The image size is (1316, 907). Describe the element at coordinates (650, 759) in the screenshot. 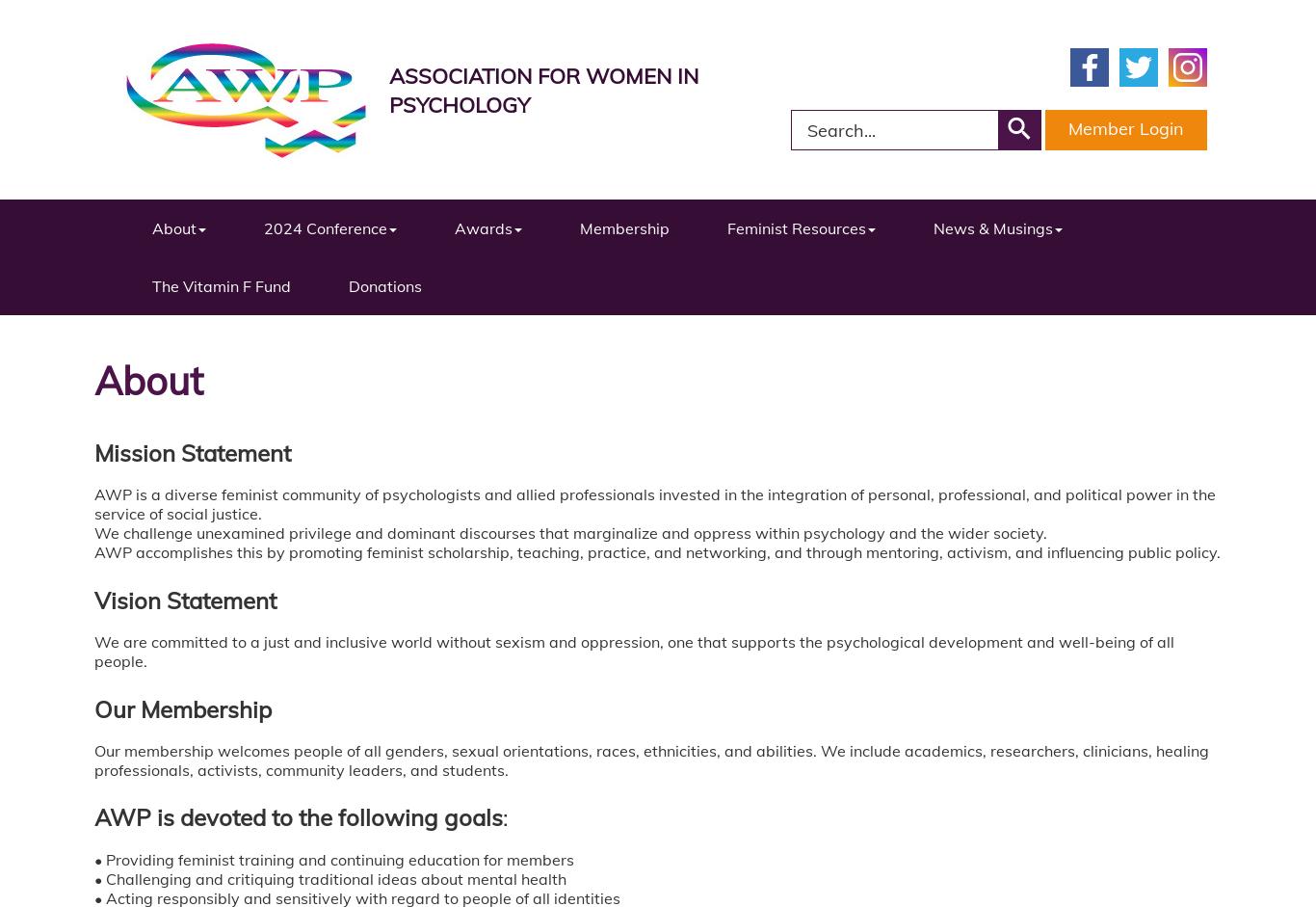

I see `'Our membership welcomes people of all genders, sexual orientations, races, ethnicities, and abilities. We include academics, researchers, clinicians, healing professionals, activists, community leaders, and students.'` at that location.